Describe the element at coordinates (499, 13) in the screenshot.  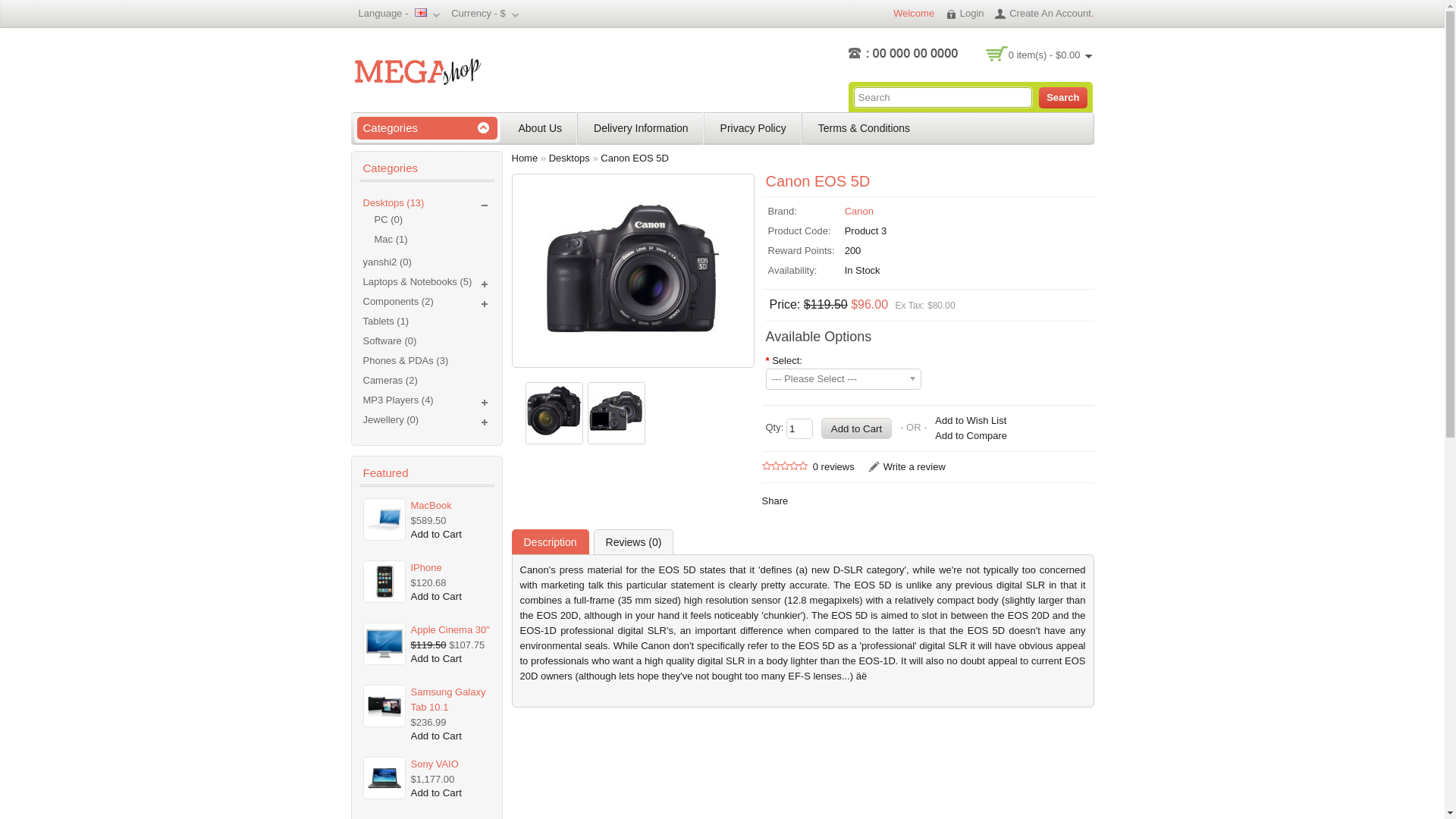
I see `'$'` at that location.